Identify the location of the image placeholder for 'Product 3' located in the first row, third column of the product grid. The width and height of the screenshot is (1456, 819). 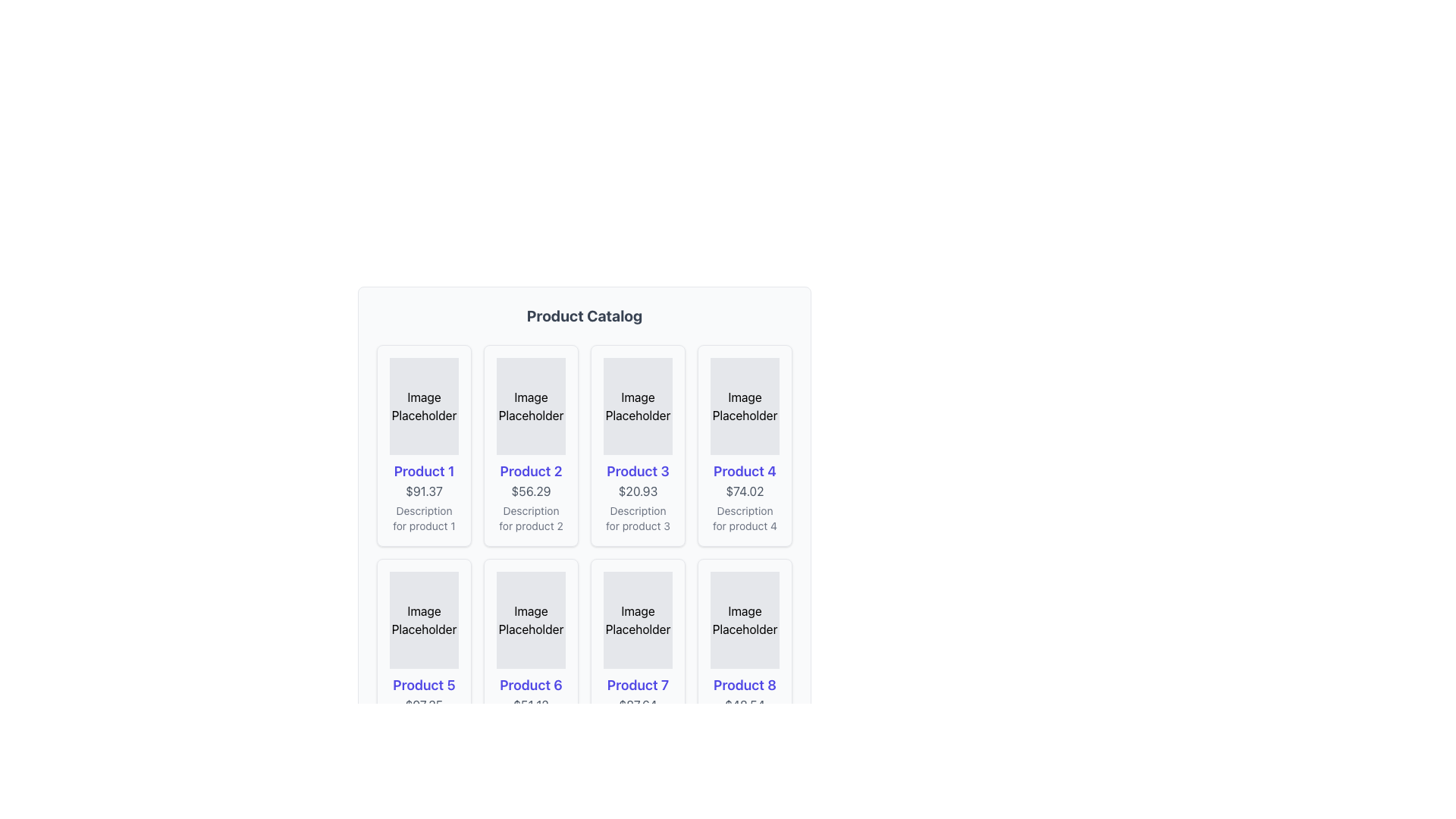
(638, 406).